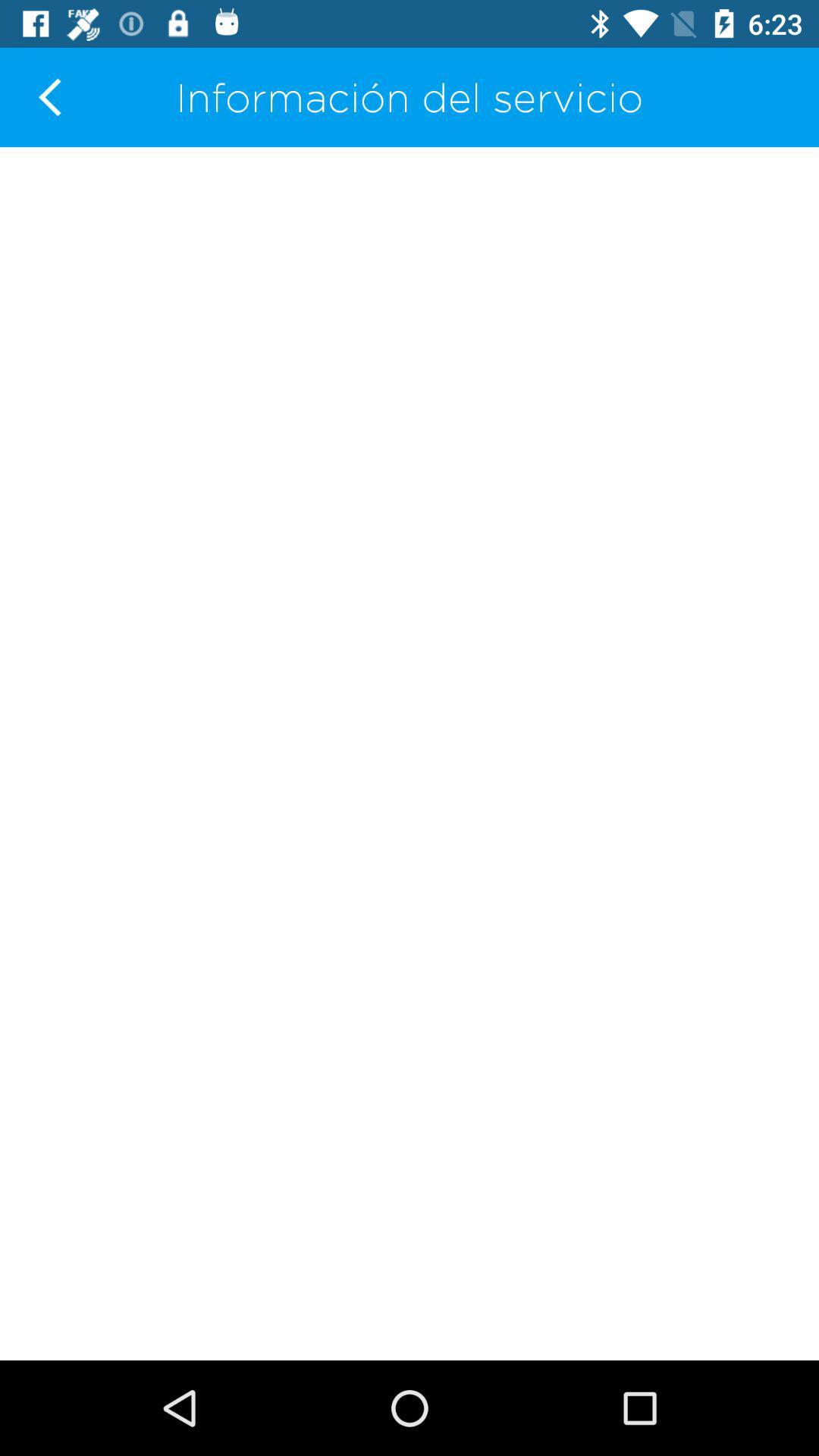 The width and height of the screenshot is (819, 1456). What do you see at coordinates (49, 96) in the screenshot?
I see `the item at the top left corner` at bounding box center [49, 96].